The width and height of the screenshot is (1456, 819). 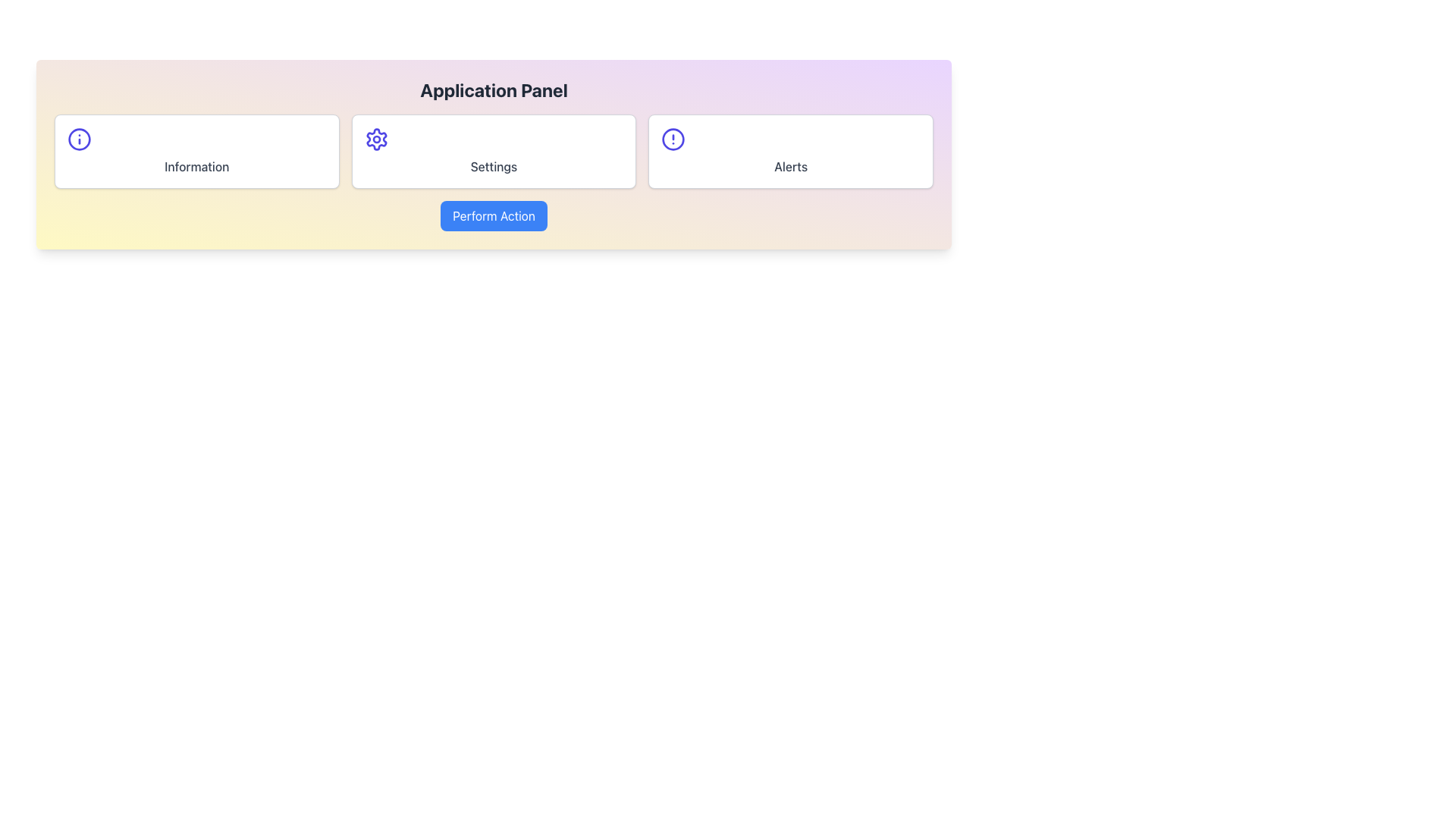 What do you see at coordinates (79, 140) in the screenshot?
I see `the informational icon located at the top of the 'Information' card, which is positioned on the leftmost side of a horizontal card layout` at bounding box center [79, 140].